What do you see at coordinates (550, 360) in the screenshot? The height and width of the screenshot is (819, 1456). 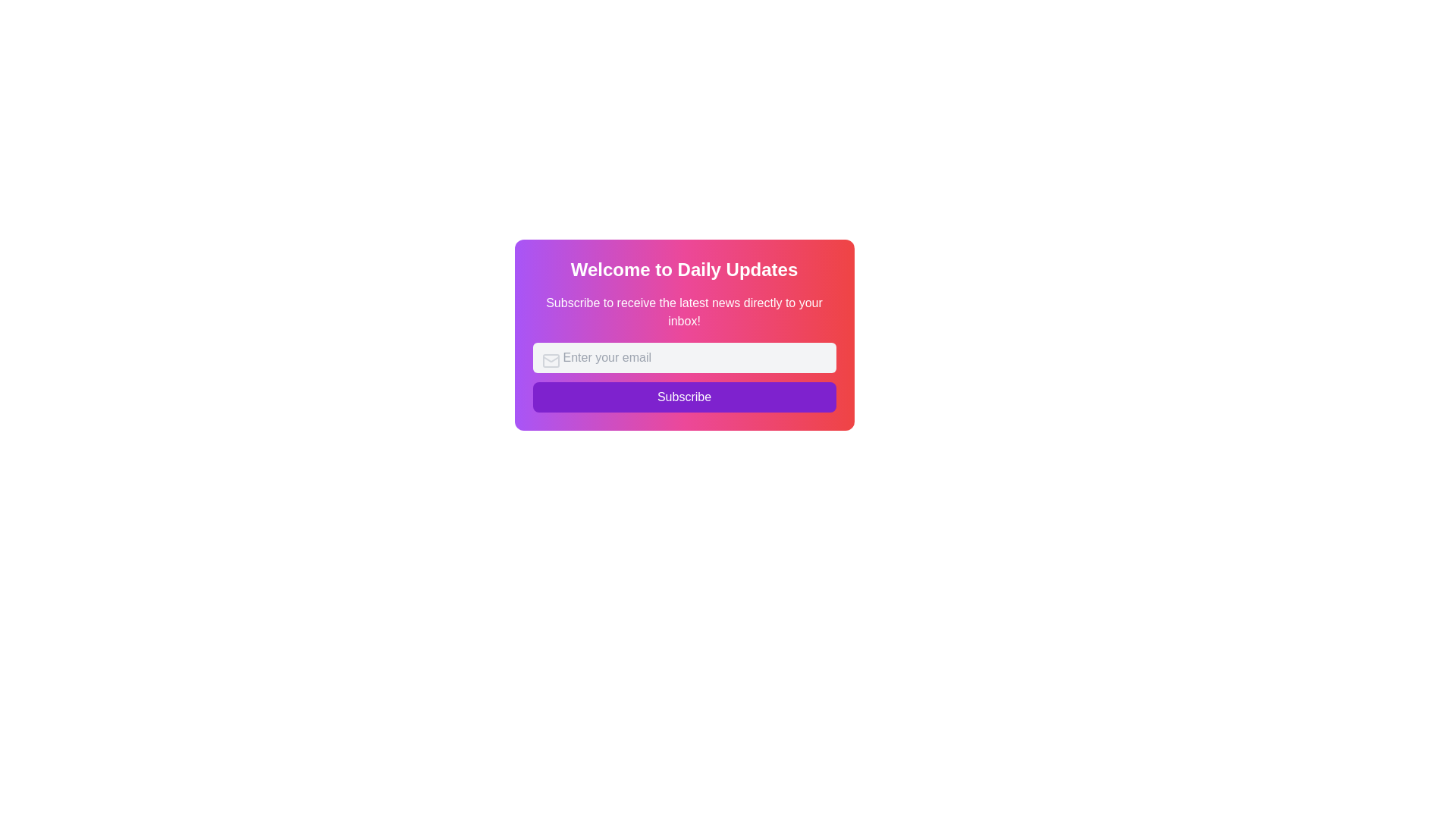 I see `the SVG envelope icon located on the left side of the email input field, which visually represents the email functionality` at bounding box center [550, 360].